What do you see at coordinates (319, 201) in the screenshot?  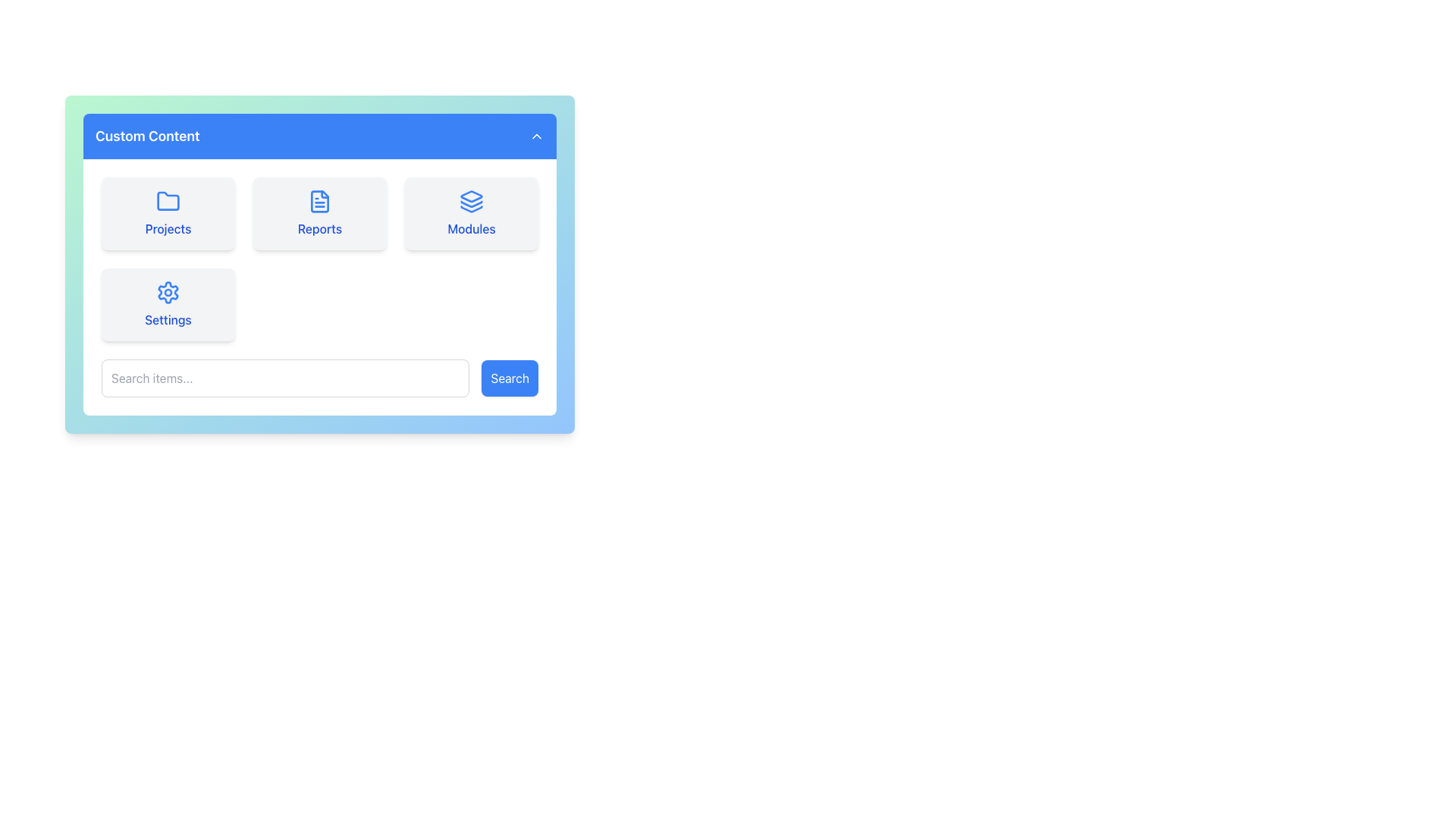 I see `the 'Reports' icon located in the second tile of the top row of the tile grid within the main content card` at bounding box center [319, 201].